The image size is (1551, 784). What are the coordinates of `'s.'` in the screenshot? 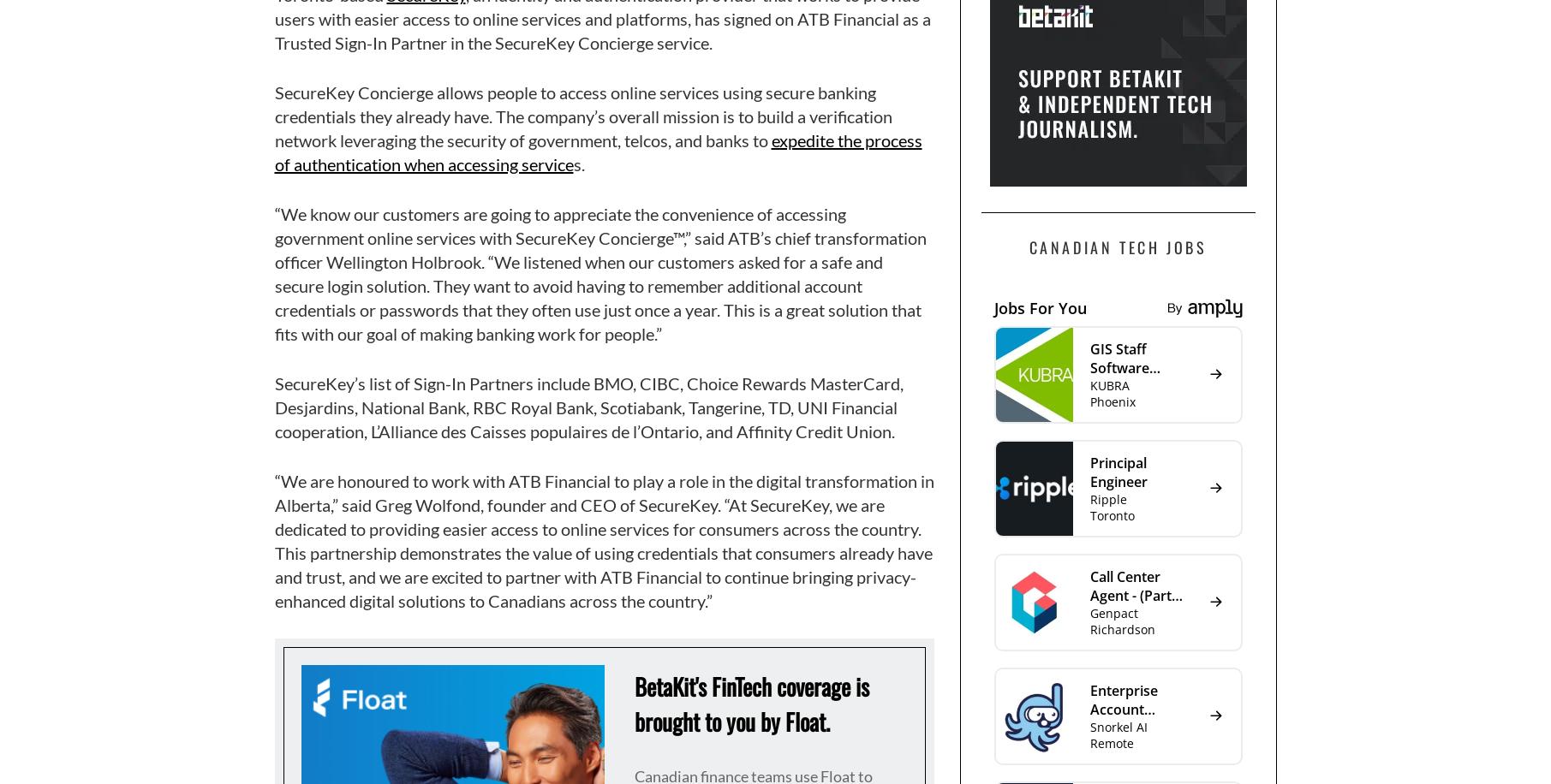 It's located at (572, 163).